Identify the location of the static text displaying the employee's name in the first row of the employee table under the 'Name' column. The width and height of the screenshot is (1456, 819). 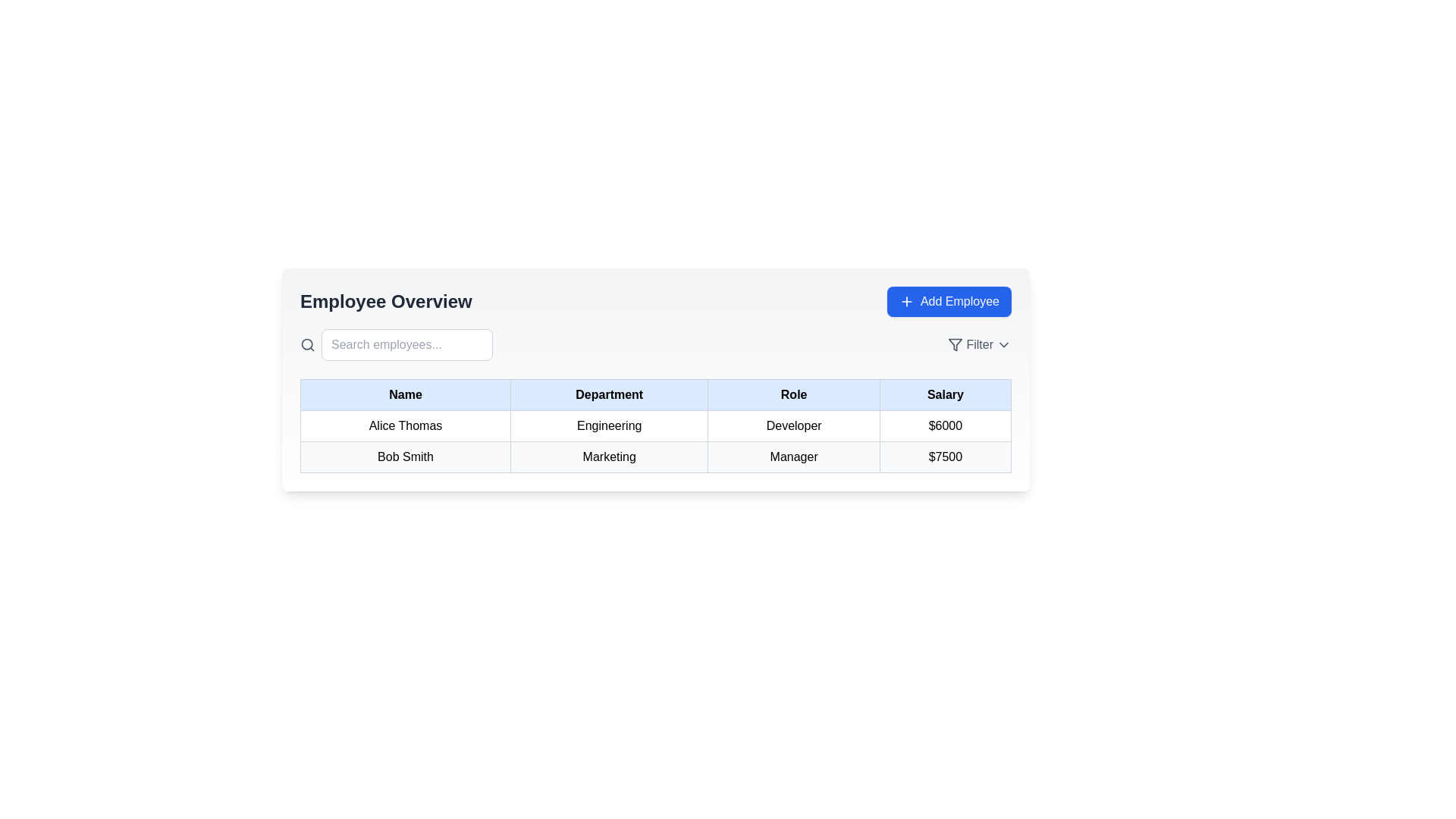
(405, 426).